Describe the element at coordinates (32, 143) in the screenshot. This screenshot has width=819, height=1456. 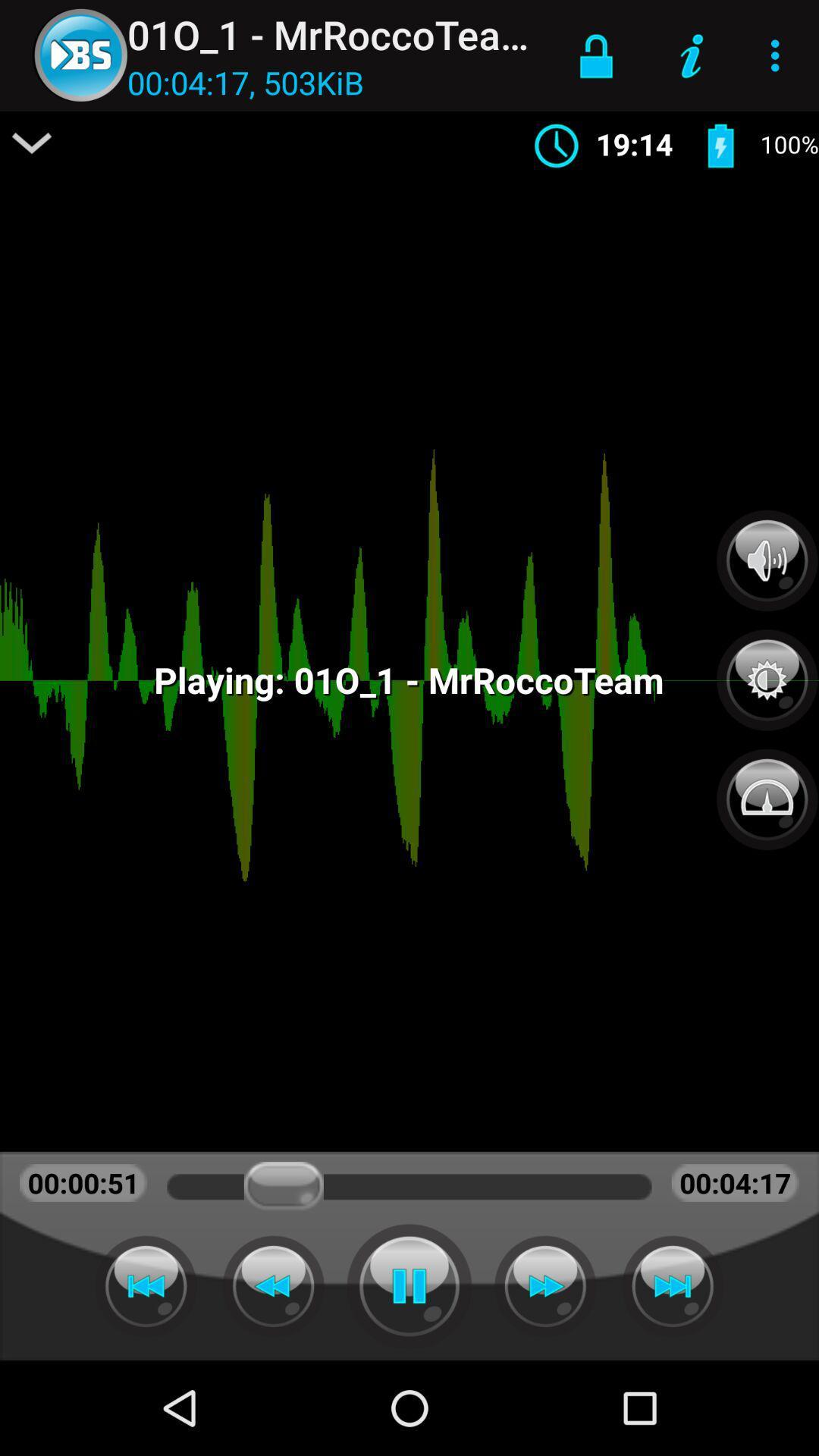
I see `the expand_more icon` at that location.